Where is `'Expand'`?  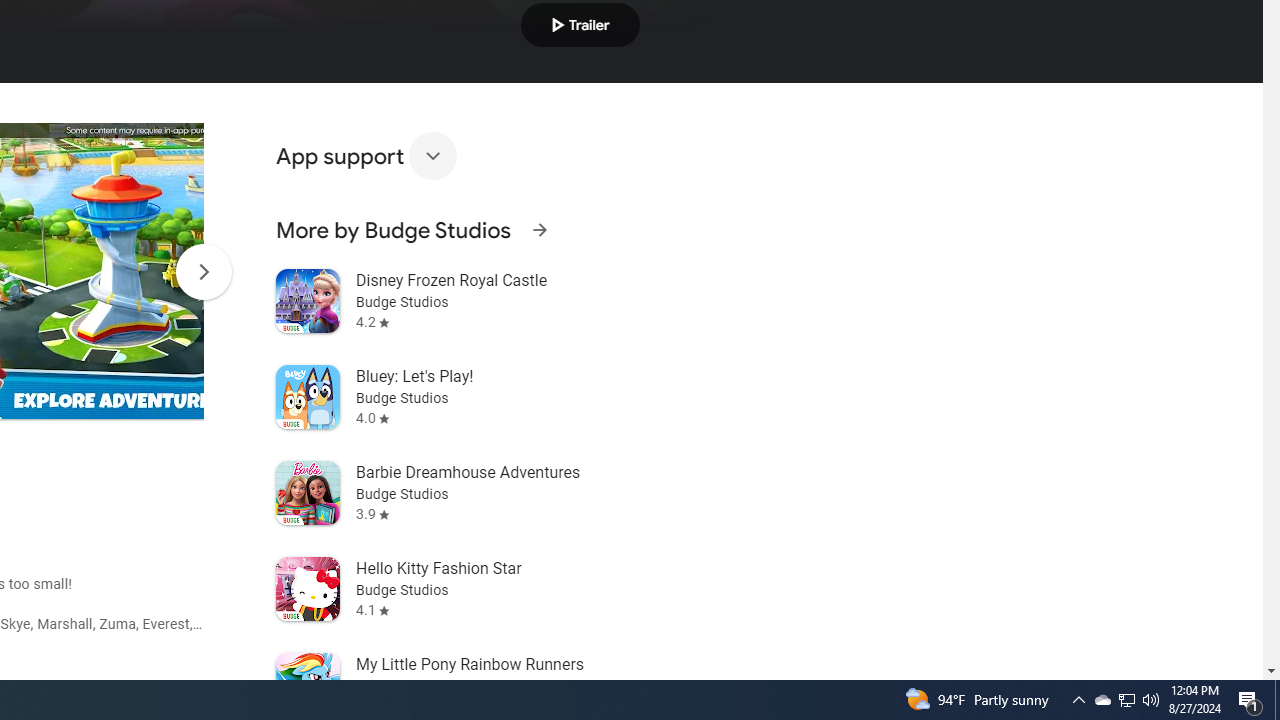 'Expand' is located at coordinates (431, 154).